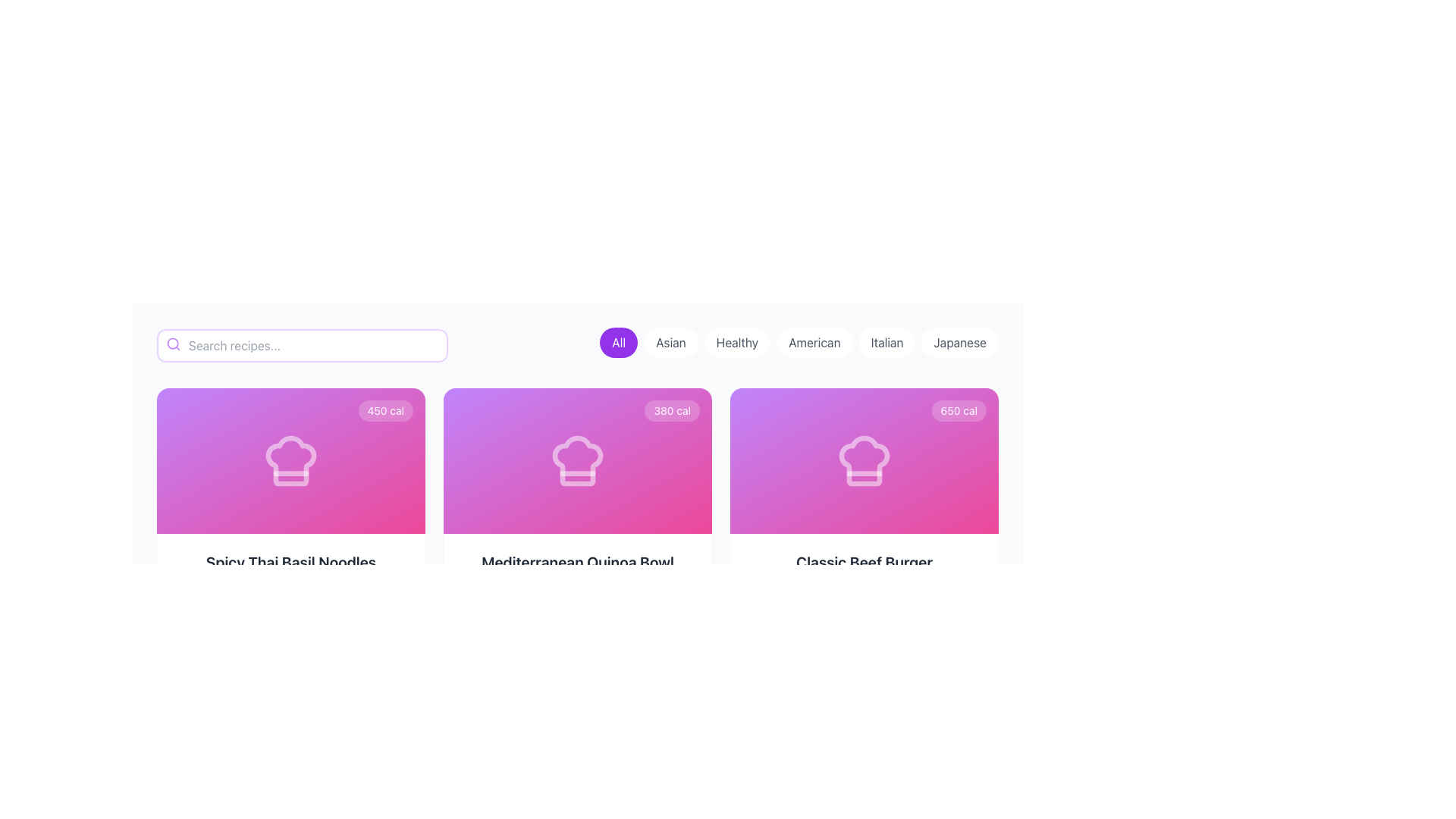 This screenshot has width=1456, height=819. Describe the element at coordinates (959, 342) in the screenshot. I see `the 'Japanese' category filter button located at the far right of the category filter list to observe the hover effect` at that location.